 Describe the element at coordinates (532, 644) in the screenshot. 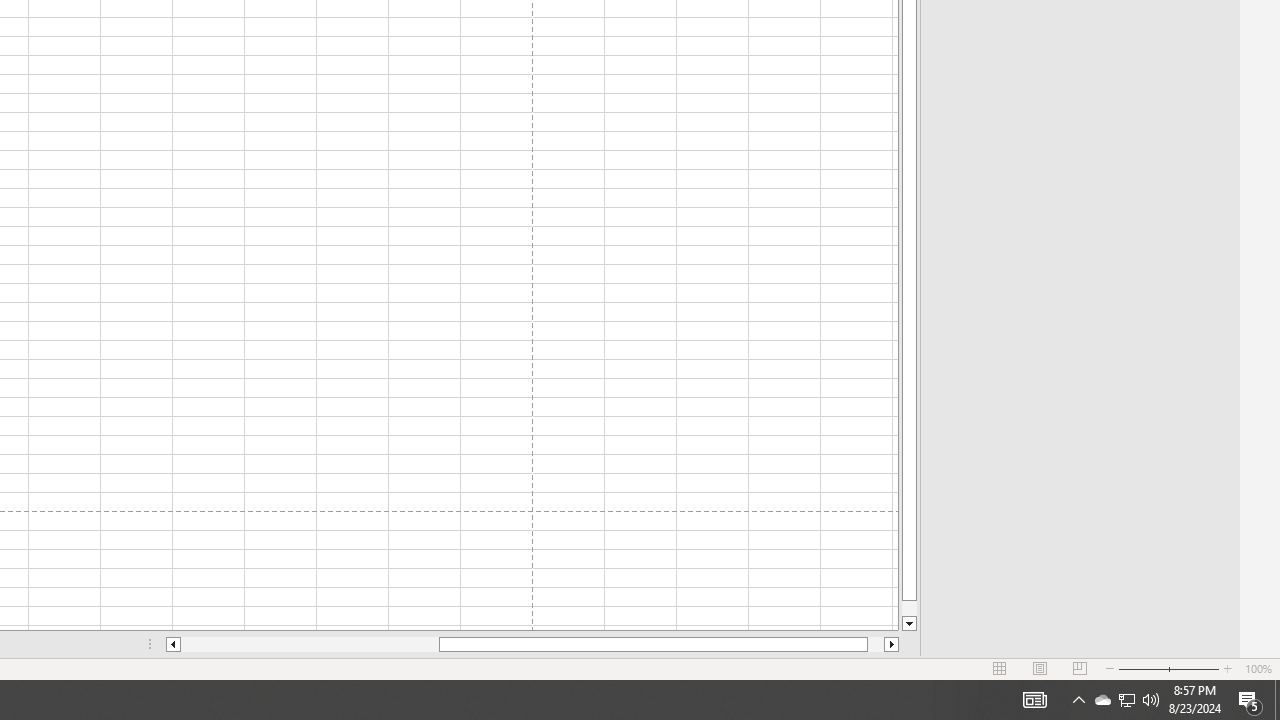

I see `'Class: NetUIScrollBar'` at that location.